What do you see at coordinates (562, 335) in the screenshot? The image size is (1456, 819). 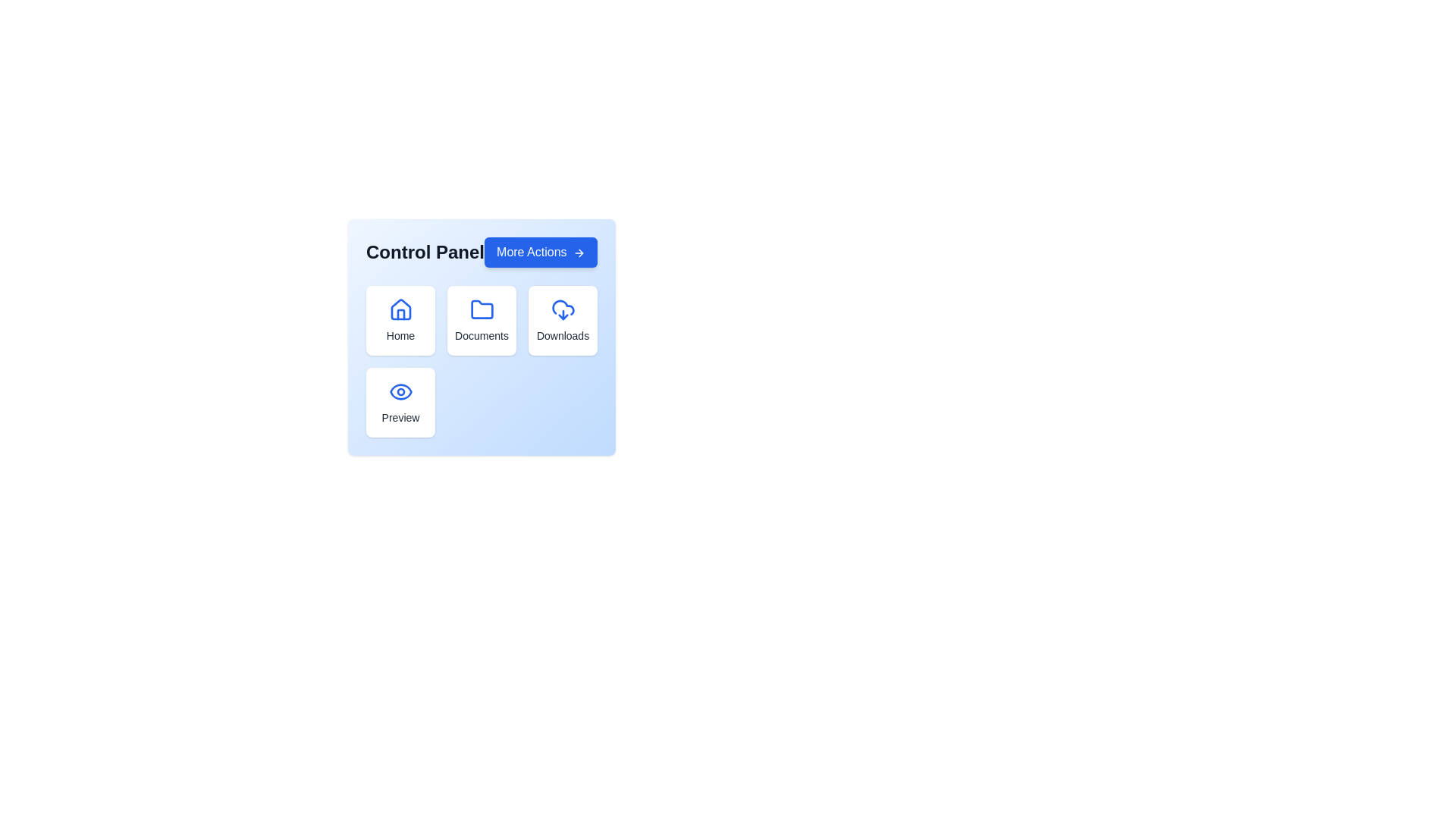 I see `the label indicating the purpose of the associated card for managing or accessing downloads, located` at bounding box center [562, 335].